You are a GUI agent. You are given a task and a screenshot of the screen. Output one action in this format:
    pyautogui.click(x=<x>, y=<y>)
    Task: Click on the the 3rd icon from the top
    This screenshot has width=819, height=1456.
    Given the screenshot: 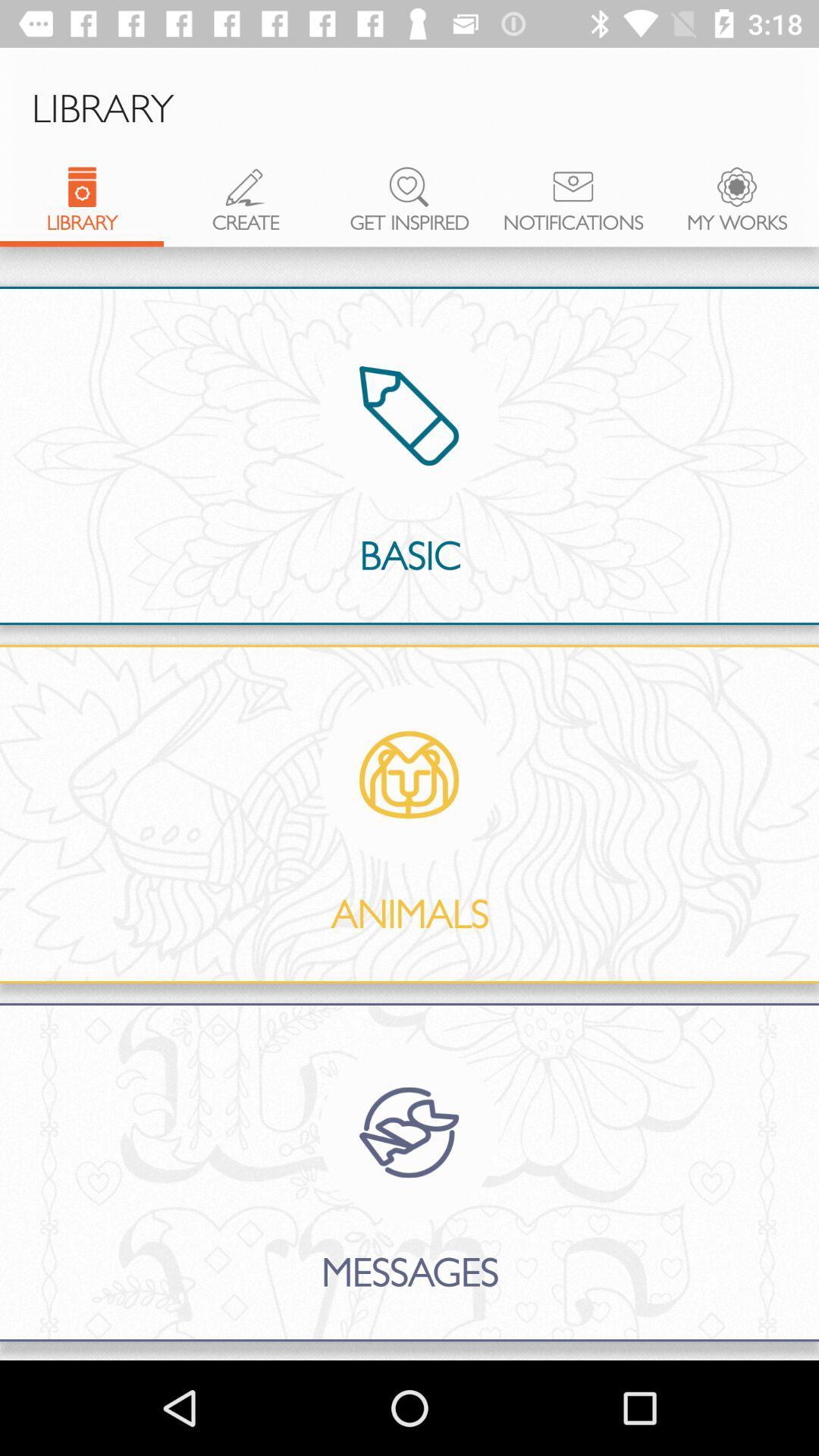 What is the action you would take?
    pyautogui.click(x=409, y=186)
    